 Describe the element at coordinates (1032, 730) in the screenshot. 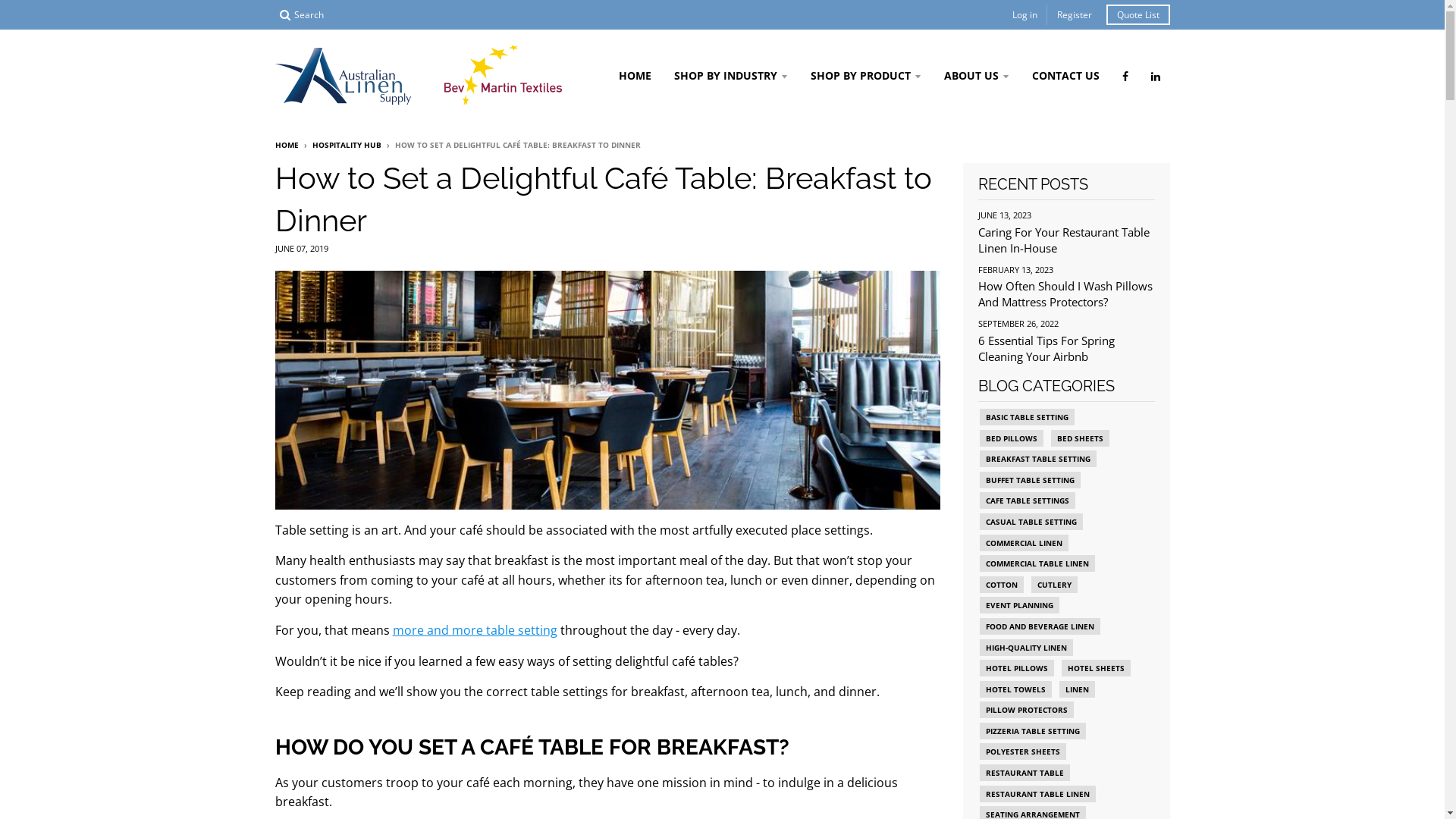

I see `'PIZZERIA TABLE SETTING'` at that location.